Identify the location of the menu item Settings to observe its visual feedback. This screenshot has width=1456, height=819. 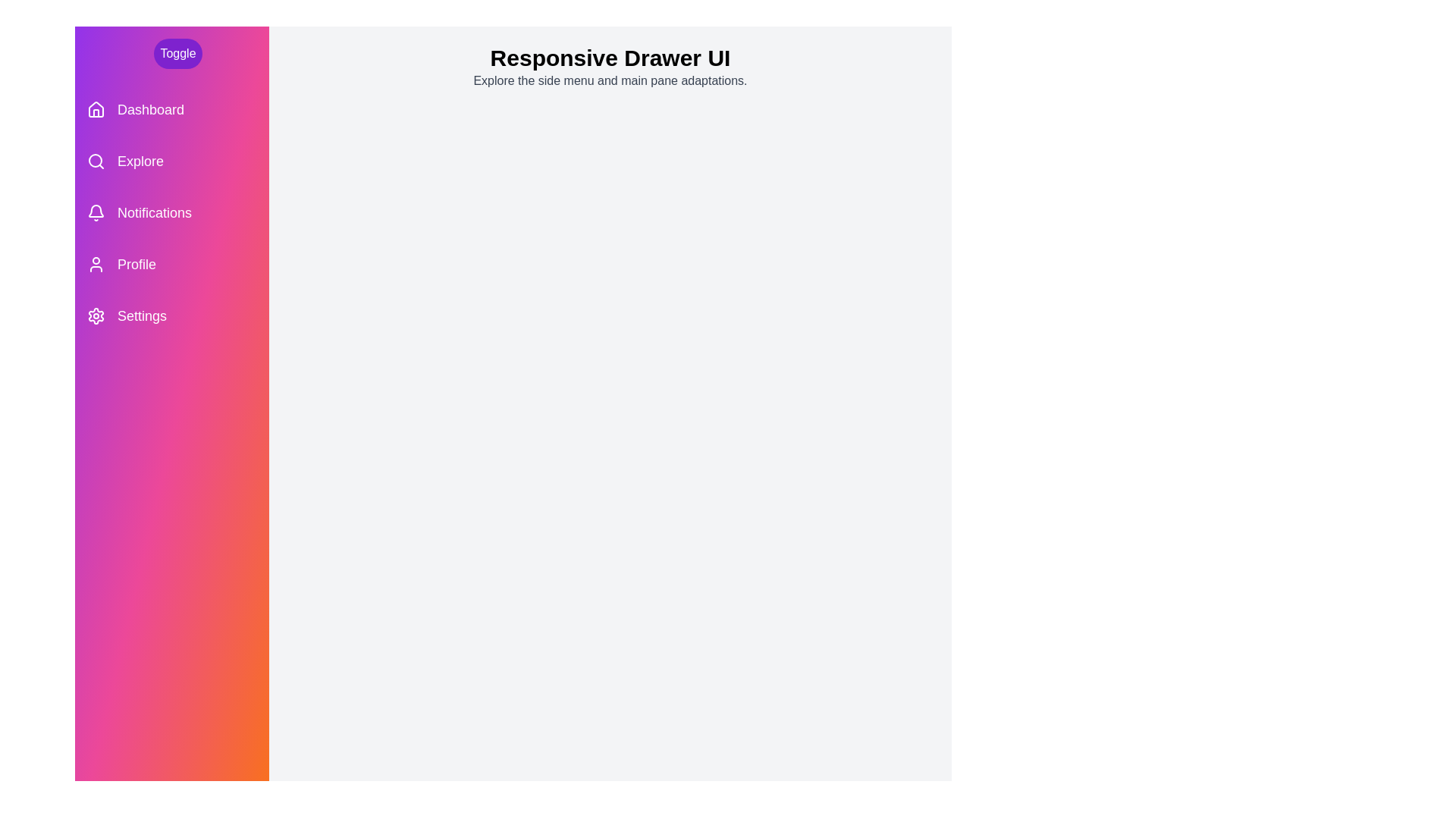
(171, 315).